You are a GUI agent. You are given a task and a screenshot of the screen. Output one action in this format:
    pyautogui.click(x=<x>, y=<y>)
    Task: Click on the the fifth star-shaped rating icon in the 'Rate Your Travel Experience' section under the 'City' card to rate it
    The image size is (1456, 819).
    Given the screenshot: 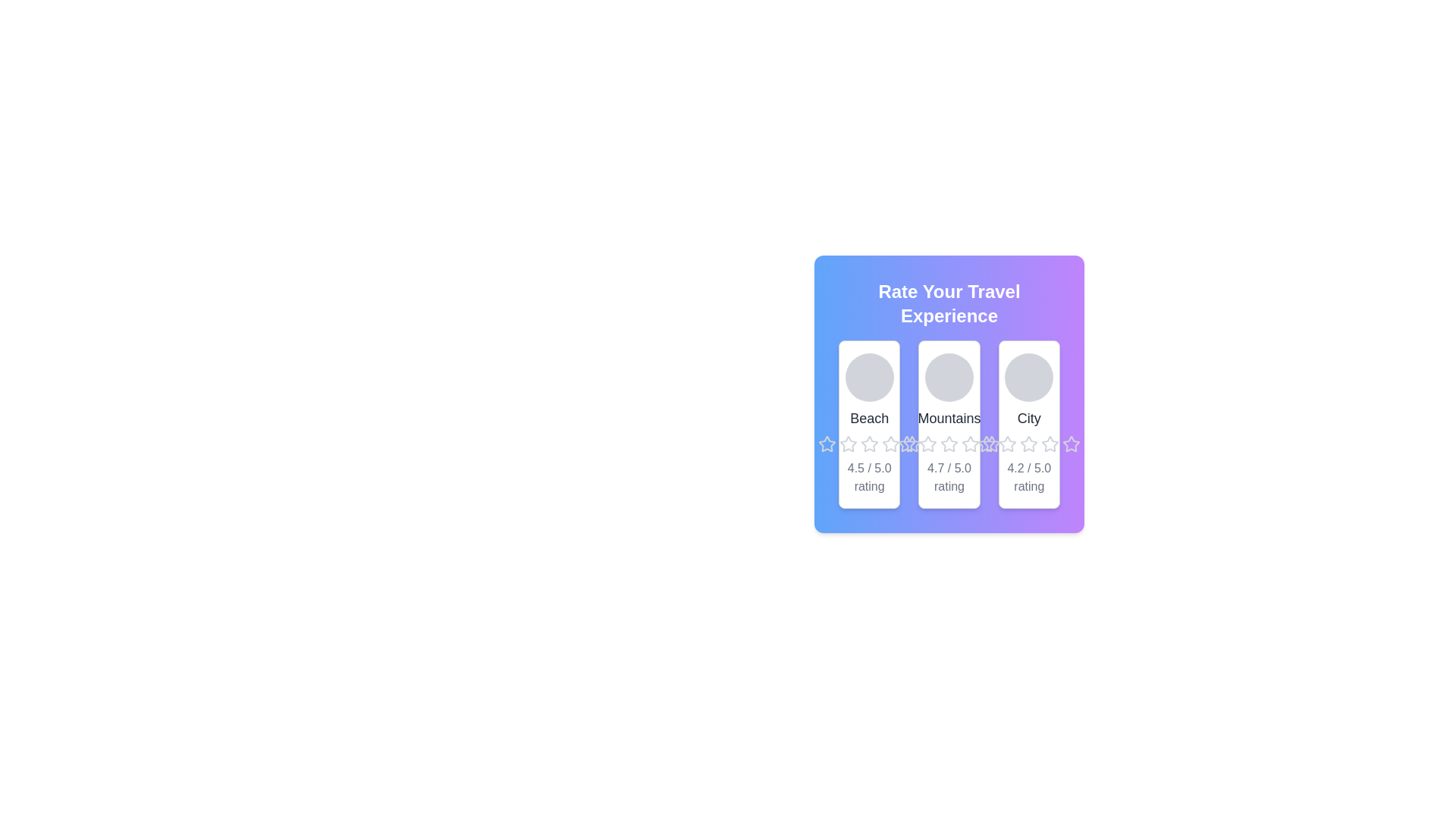 What is the action you would take?
    pyautogui.click(x=992, y=444)
    